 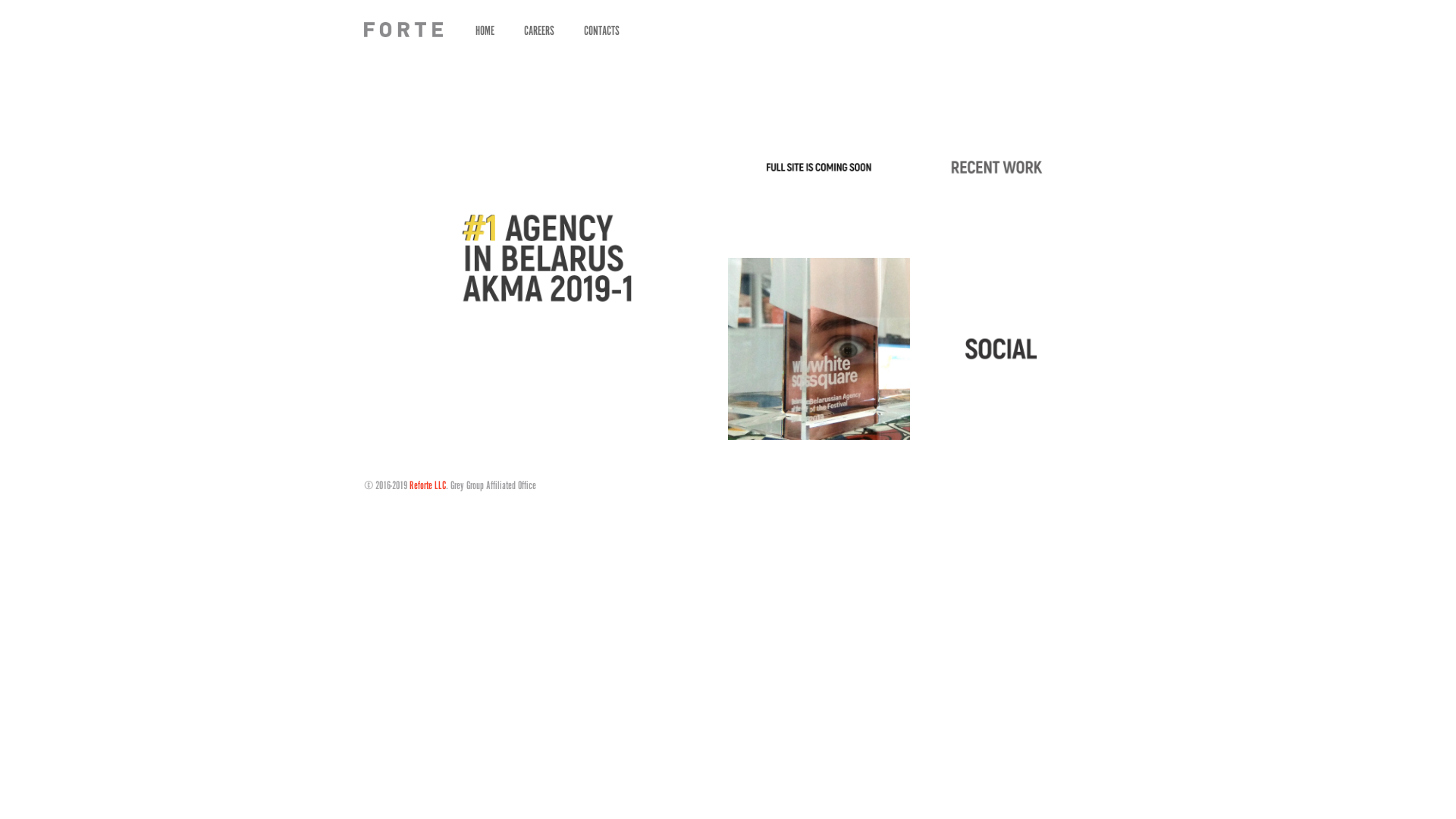 I want to click on 'CONTACTS', so click(x=601, y=30).